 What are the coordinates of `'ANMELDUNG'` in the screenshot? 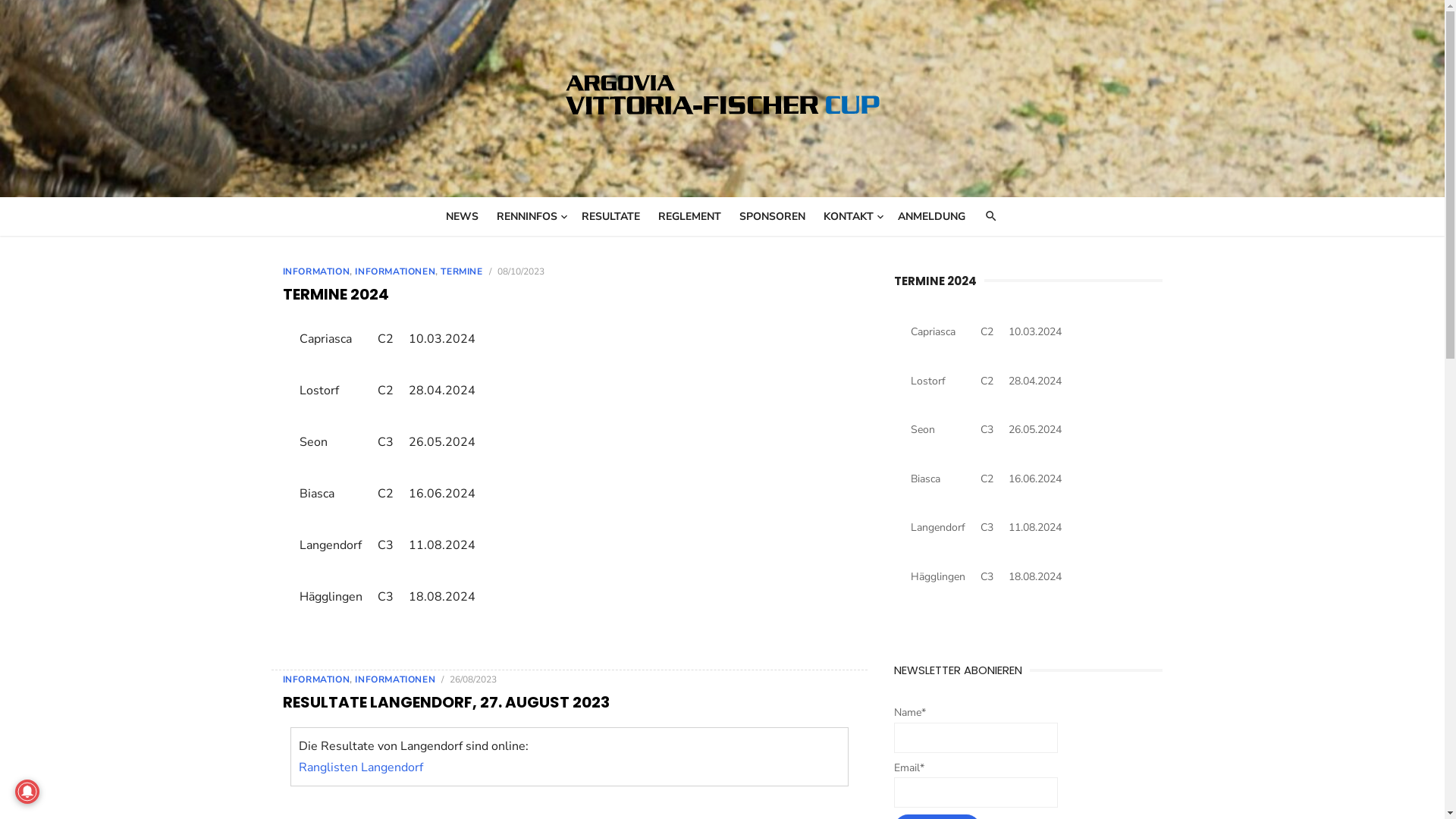 It's located at (930, 216).